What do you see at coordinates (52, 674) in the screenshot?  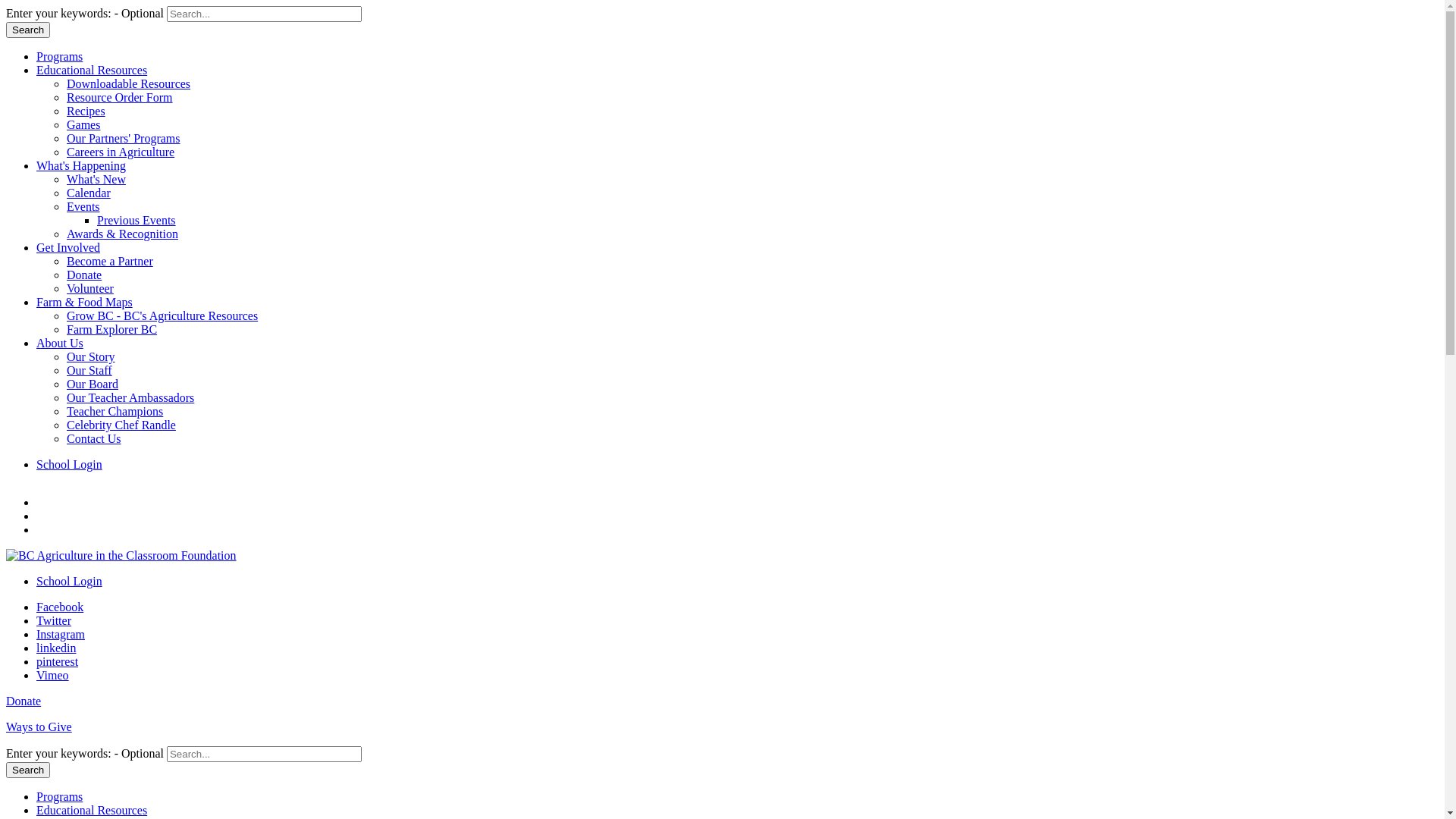 I see `'Vimeo'` at bounding box center [52, 674].